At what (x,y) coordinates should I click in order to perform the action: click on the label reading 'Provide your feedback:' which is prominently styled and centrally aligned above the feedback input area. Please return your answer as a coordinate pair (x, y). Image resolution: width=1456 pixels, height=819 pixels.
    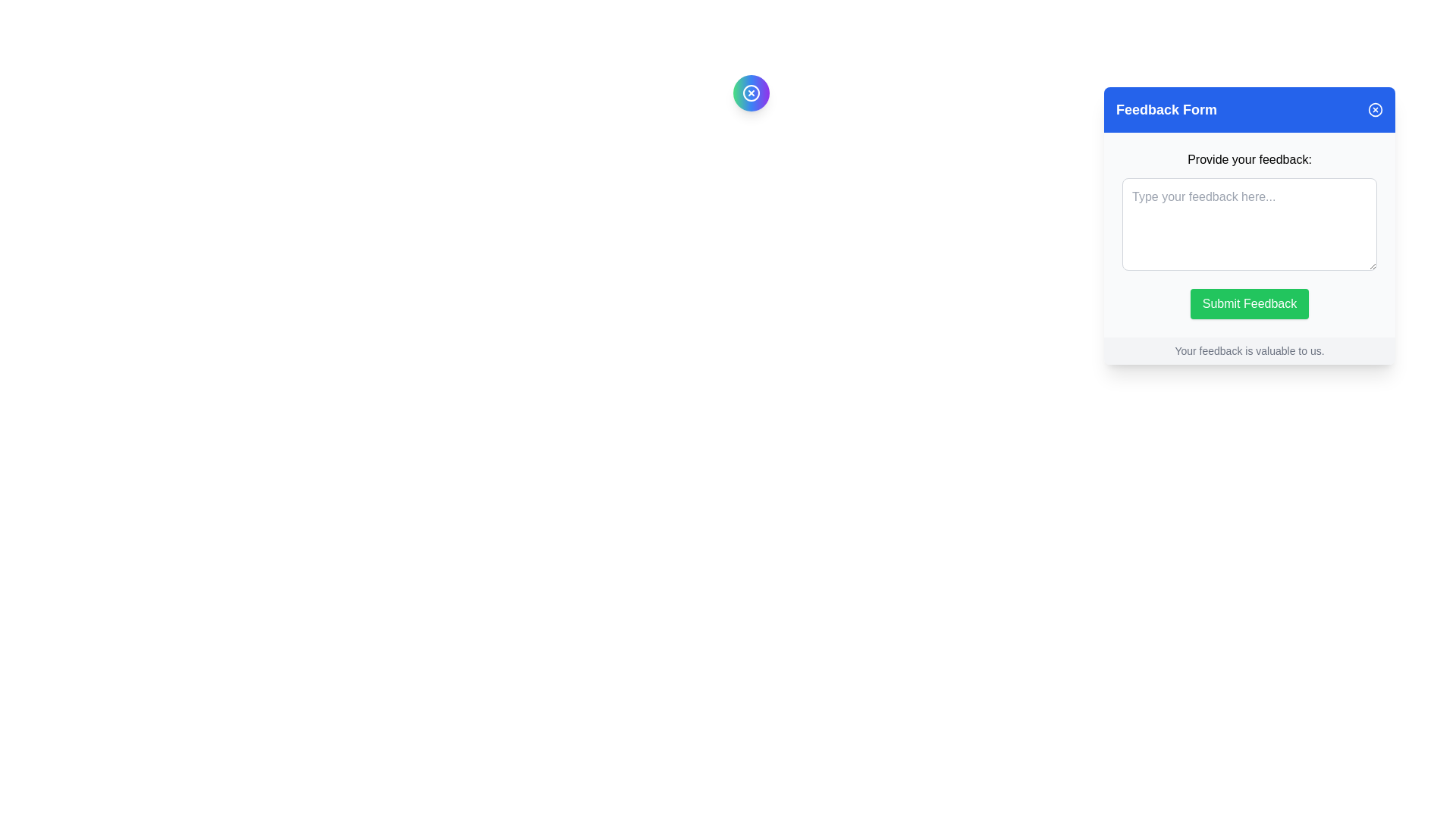
    Looking at the image, I should click on (1249, 160).